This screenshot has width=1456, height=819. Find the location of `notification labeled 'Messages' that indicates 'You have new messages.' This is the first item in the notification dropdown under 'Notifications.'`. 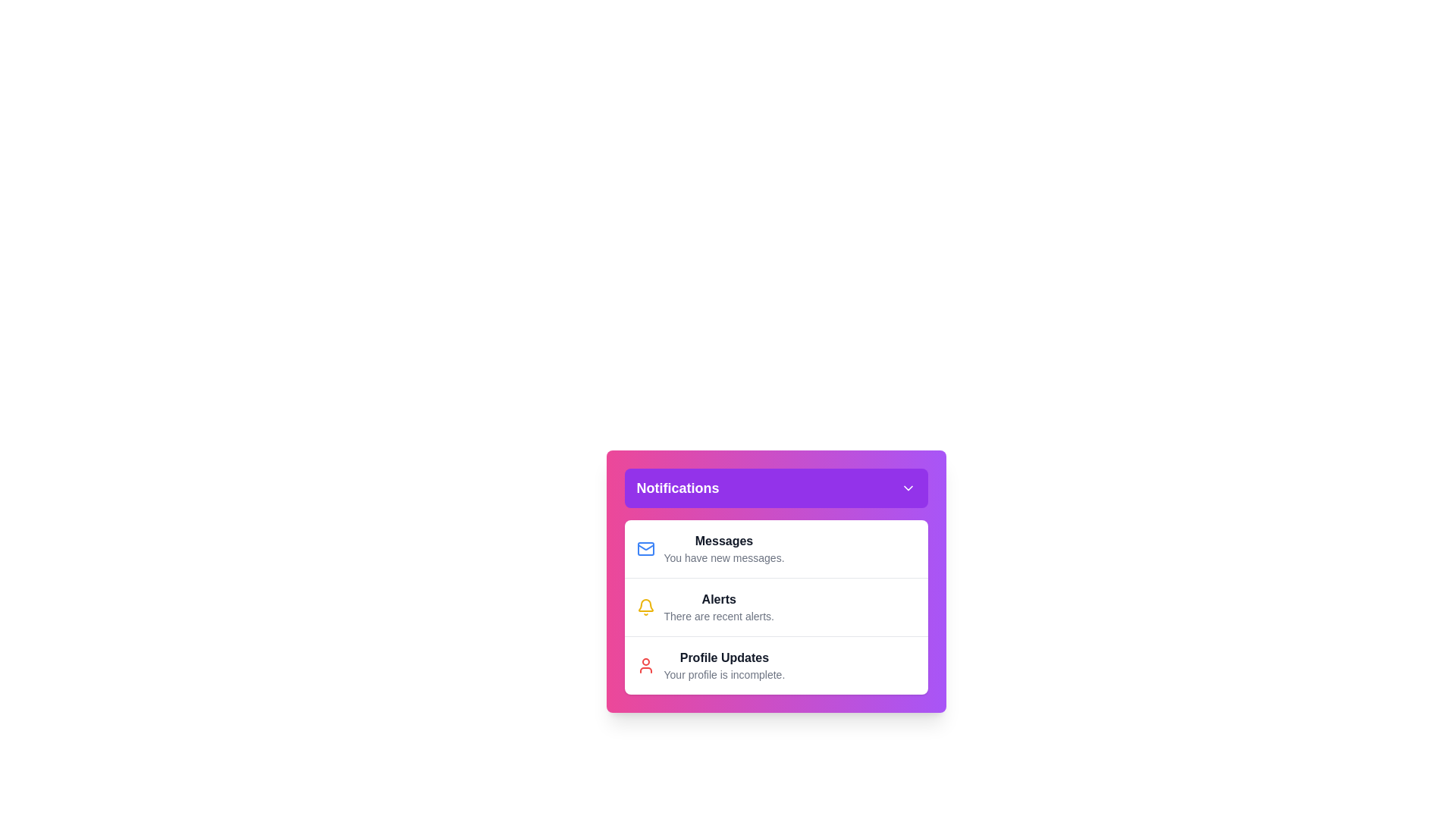

notification labeled 'Messages' that indicates 'You have new messages.' This is the first item in the notification dropdown under 'Notifications.' is located at coordinates (723, 549).